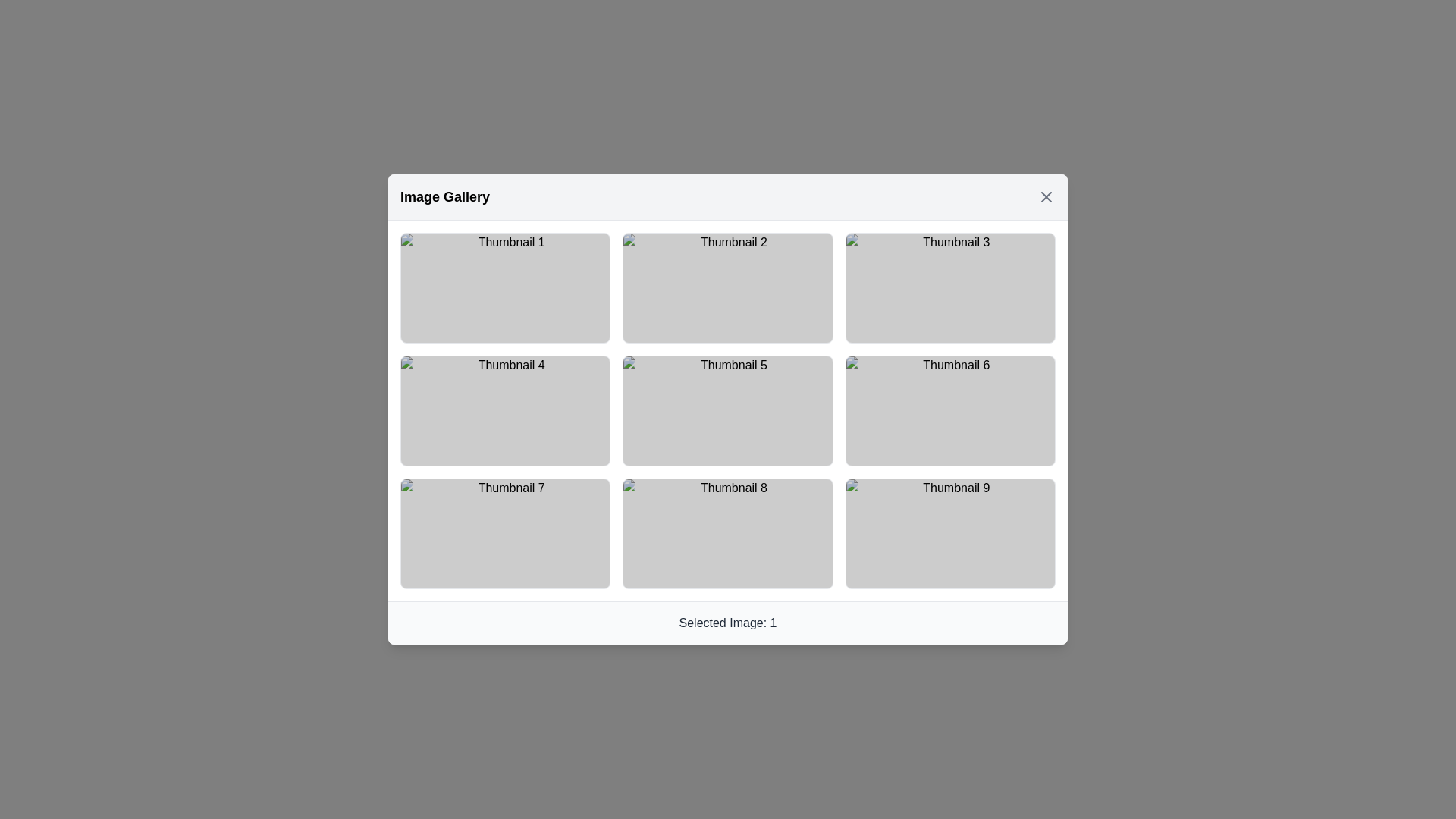  What do you see at coordinates (728, 411) in the screenshot?
I see `the semi-transparent black background overlay located in the center of the fifth thumbnail in a 3x3 grid` at bounding box center [728, 411].